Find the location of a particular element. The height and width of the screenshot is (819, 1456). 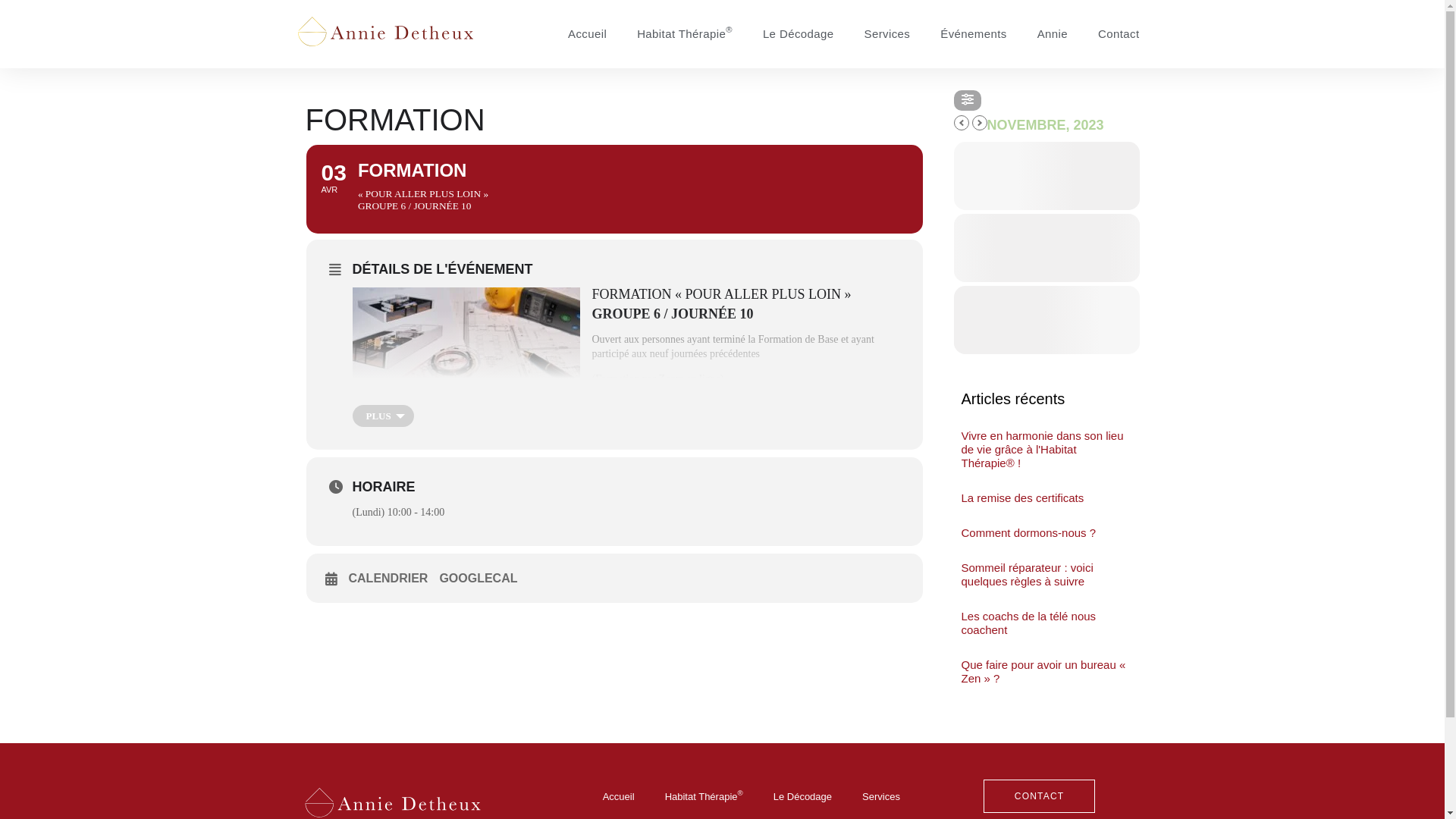

'Comment dormons-nous ?' is located at coordinates (1029, 532).